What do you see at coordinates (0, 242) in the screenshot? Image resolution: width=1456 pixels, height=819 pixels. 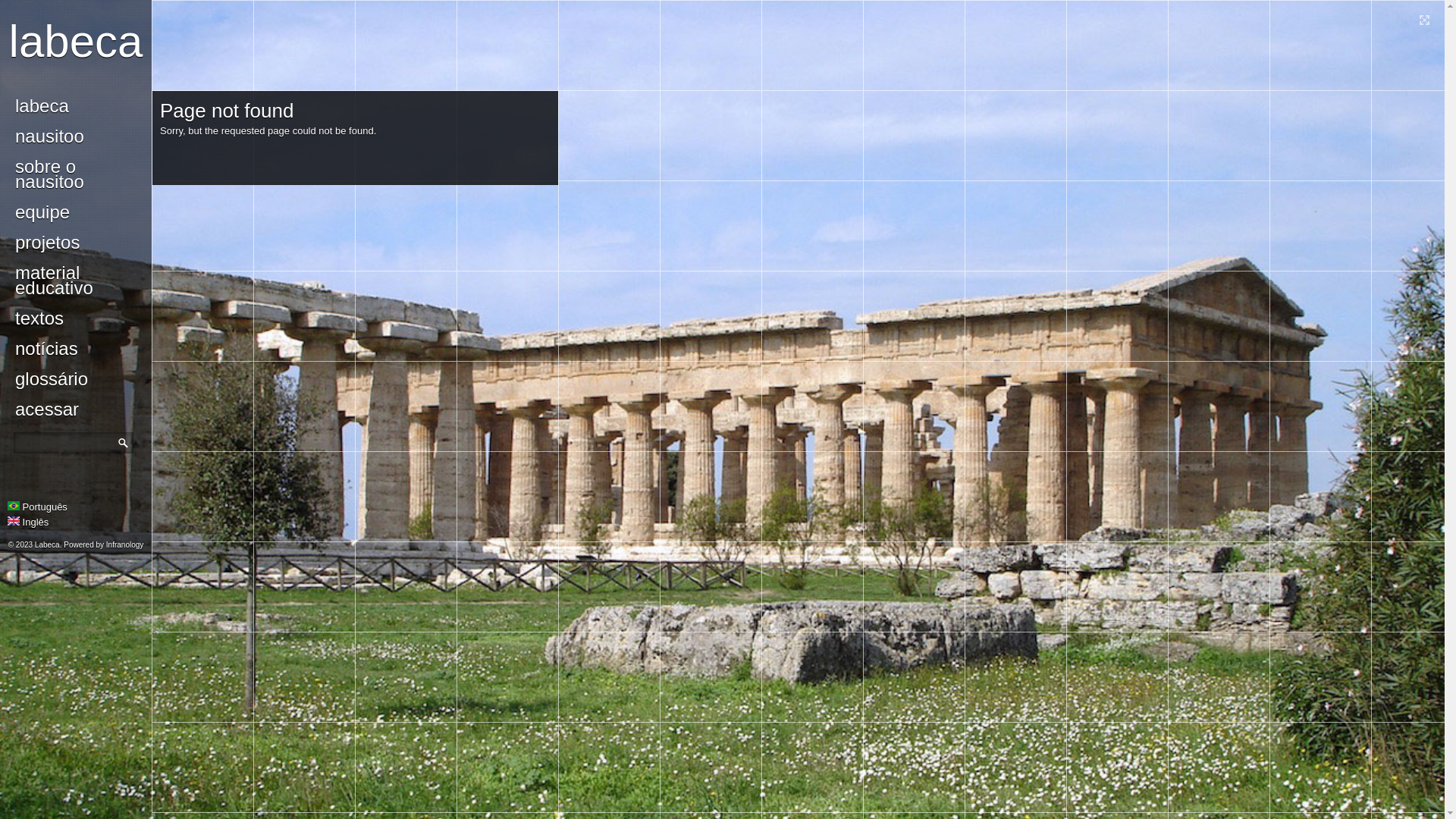 I see `'projetos'` at bounding box center [0, 242].